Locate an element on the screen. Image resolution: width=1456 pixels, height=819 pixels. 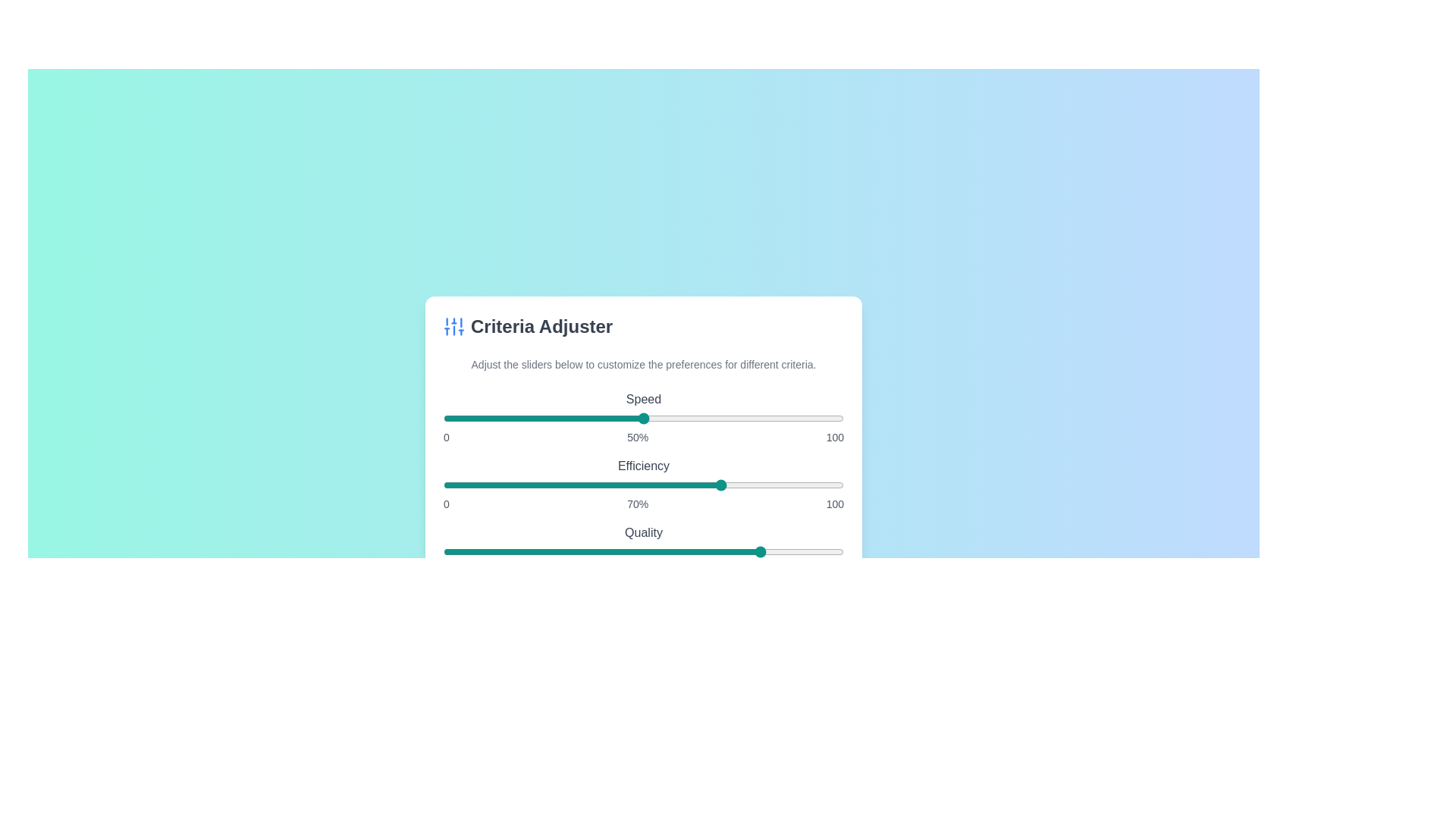
the label of the slider to interact with its text is located at coordinates (644, 399).